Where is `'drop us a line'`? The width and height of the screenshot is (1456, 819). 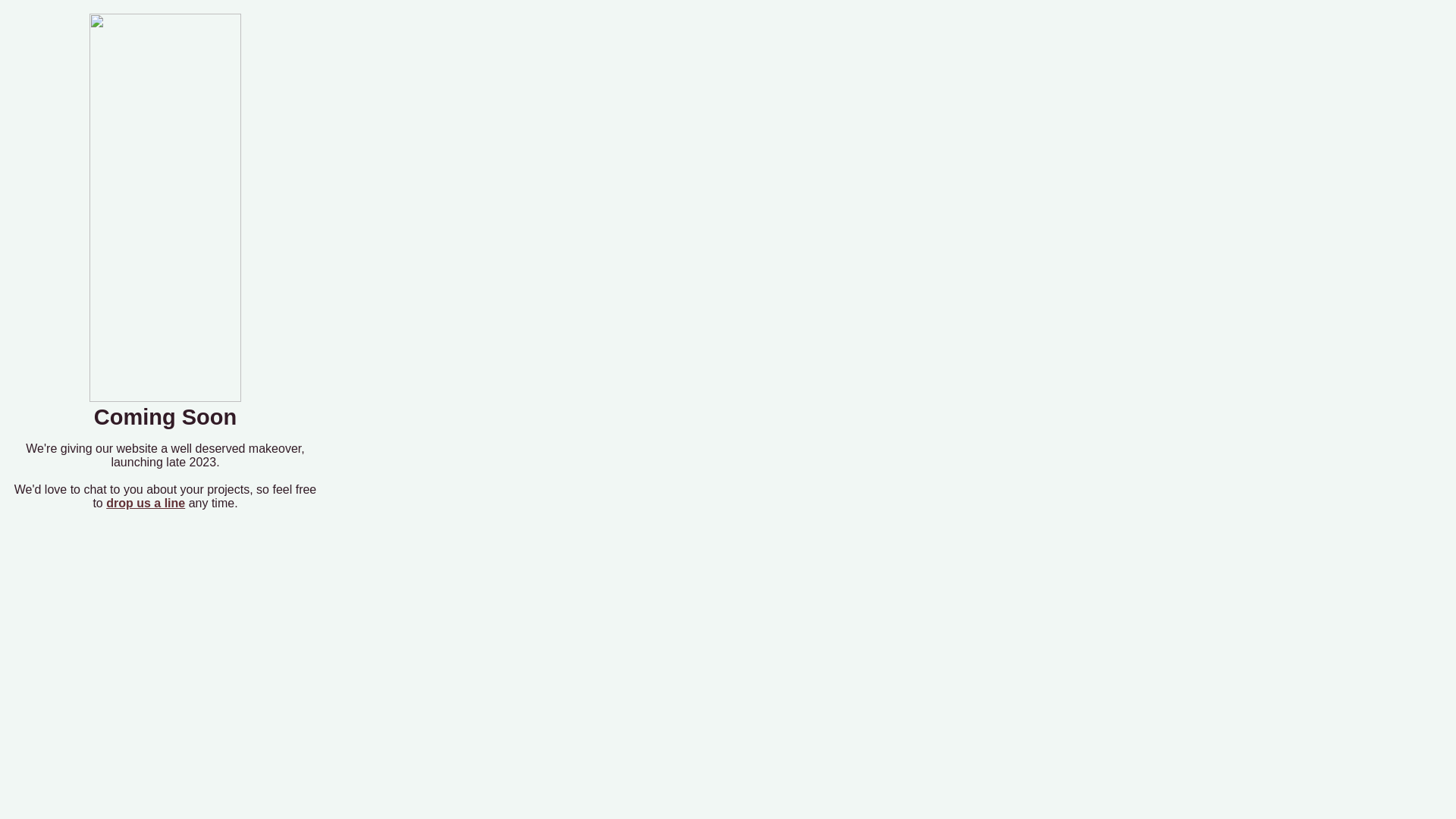 'drop us a line' is located at coordinates (146, 503).